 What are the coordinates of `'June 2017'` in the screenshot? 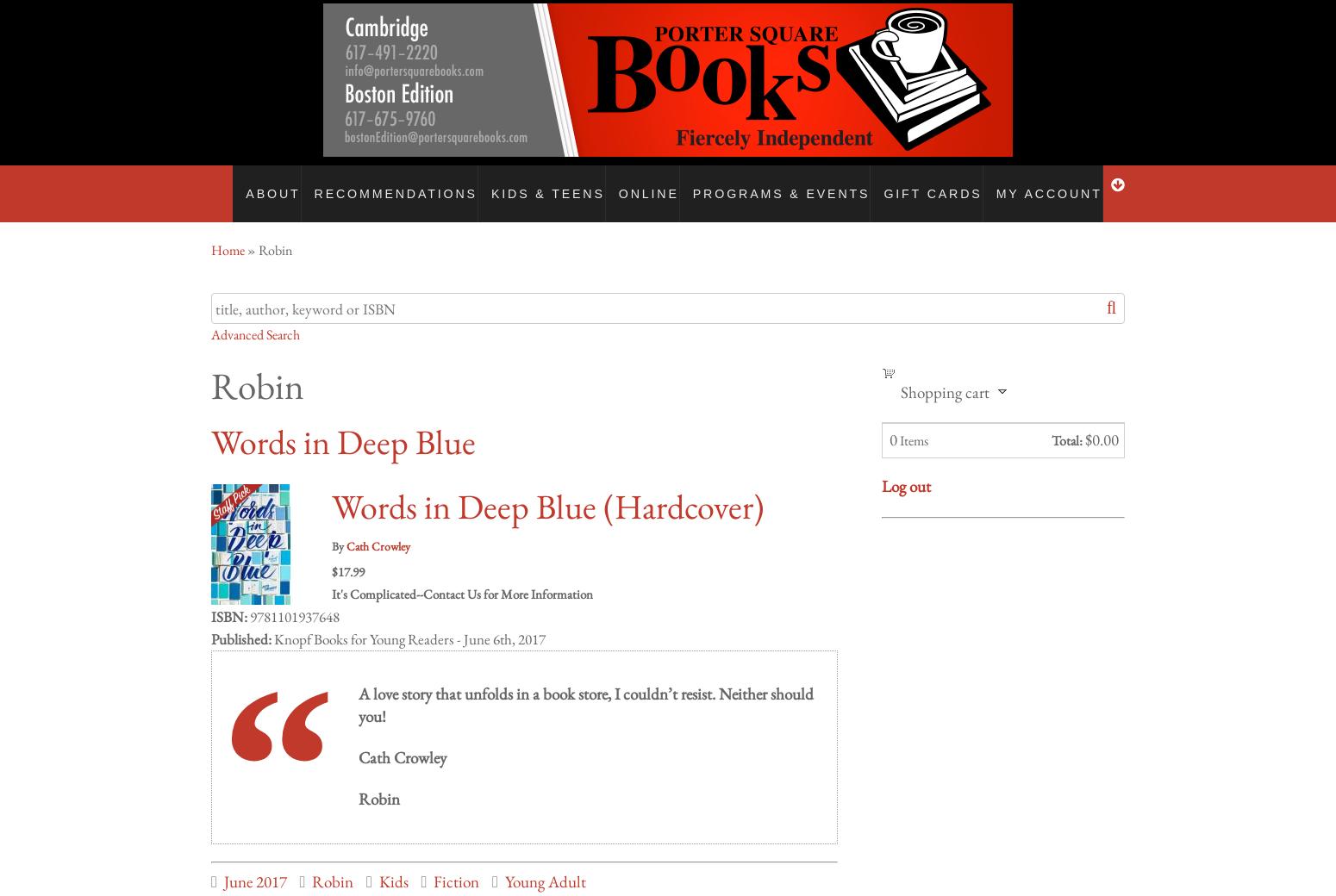 It's located at (254, 864).